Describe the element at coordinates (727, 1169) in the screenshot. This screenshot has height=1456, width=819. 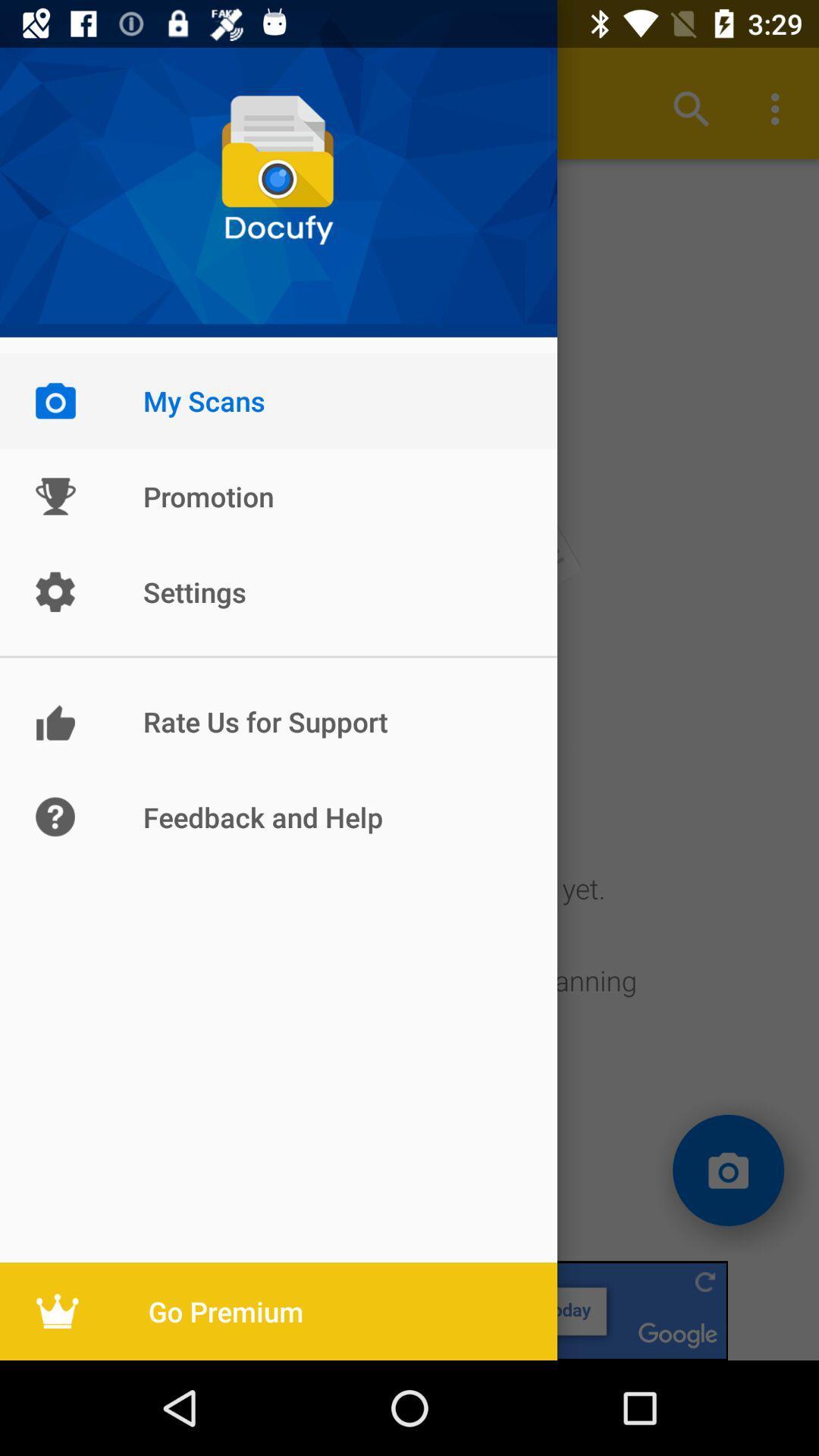
I see `camera icon which is at right bottom side of the page` at that location.